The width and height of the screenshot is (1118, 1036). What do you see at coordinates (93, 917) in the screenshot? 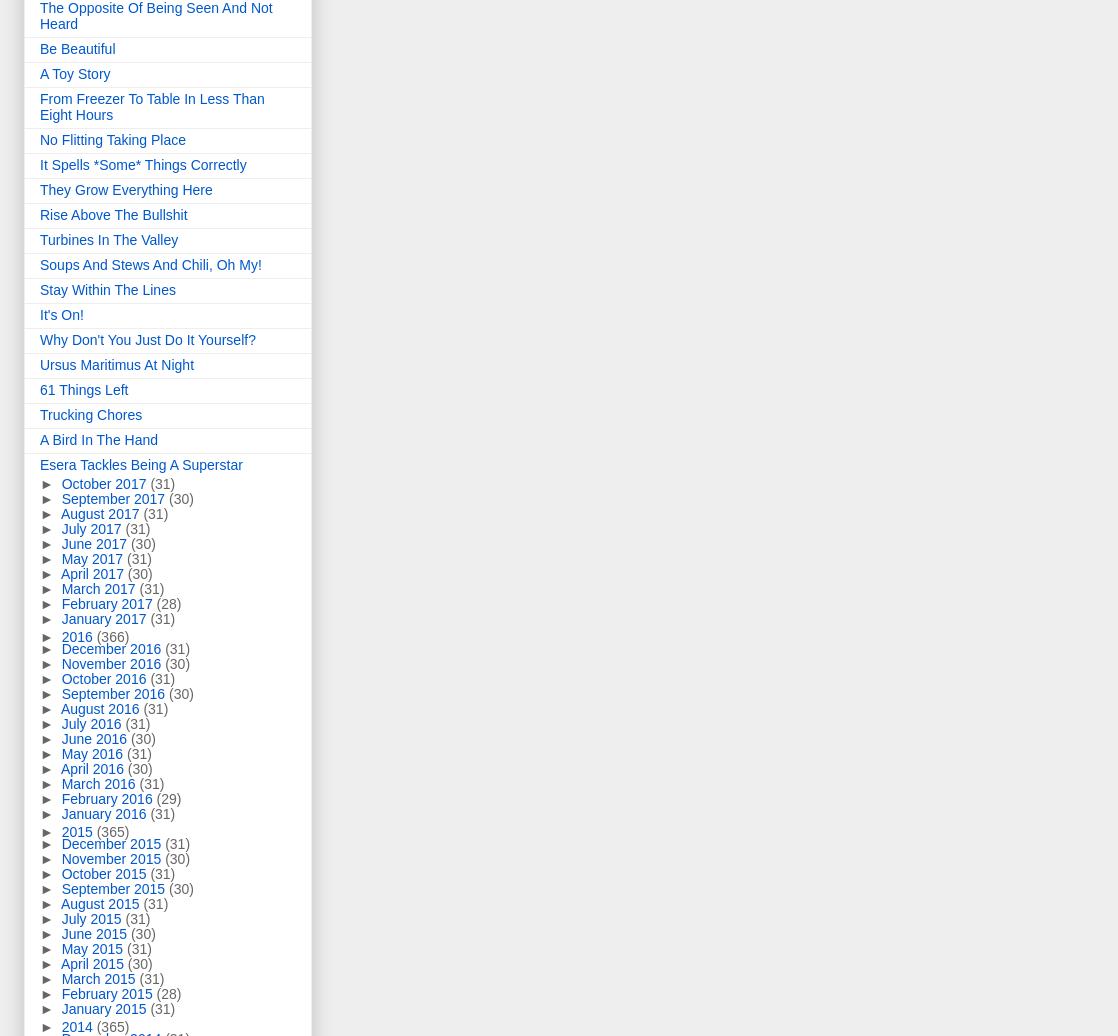
I see `'July 2015'` at bounding box center [93, 917].